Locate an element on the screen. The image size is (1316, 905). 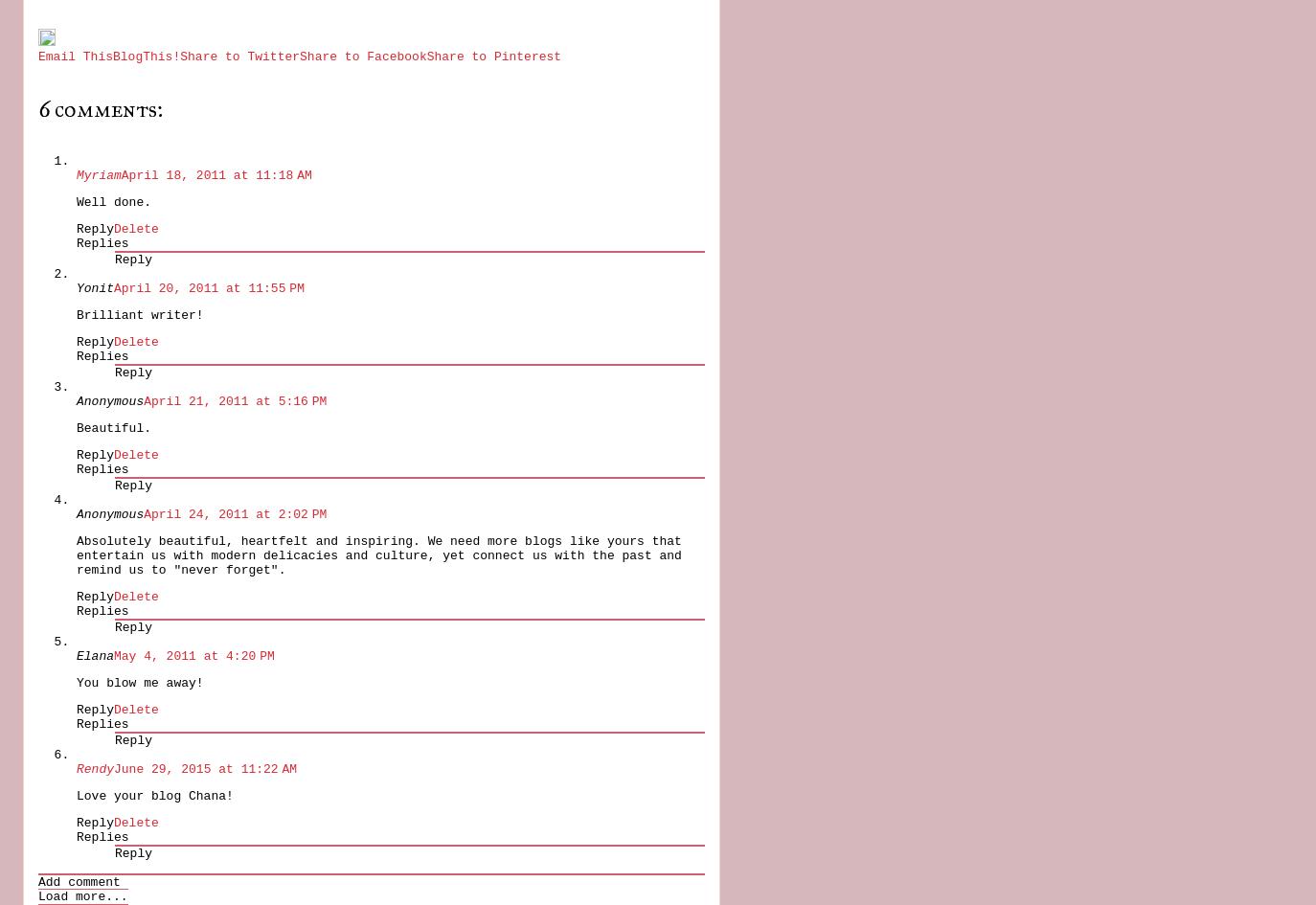
'Well done.' is located at coordinates (112, 200).